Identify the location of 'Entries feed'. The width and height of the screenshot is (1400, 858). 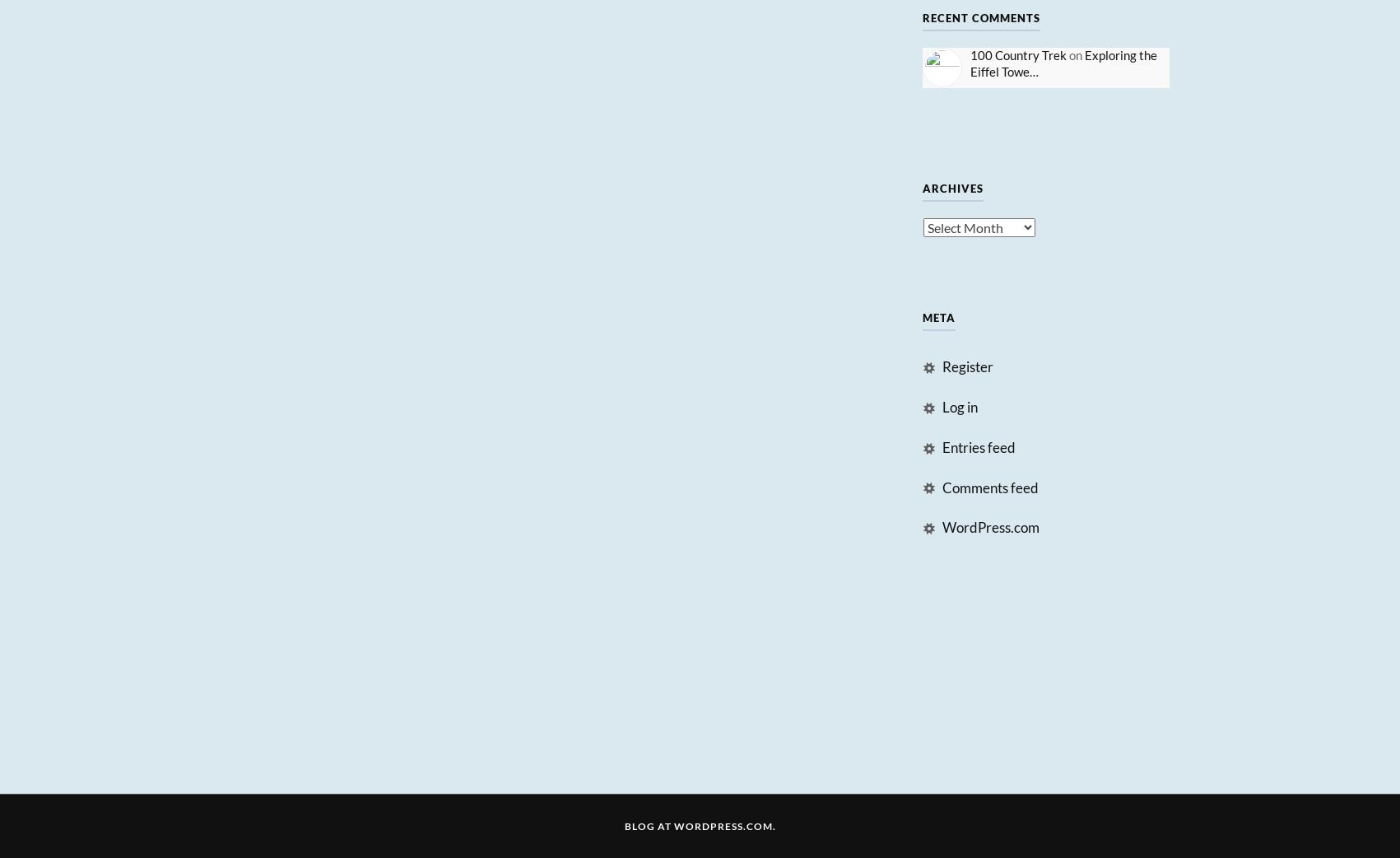
(977, 445).